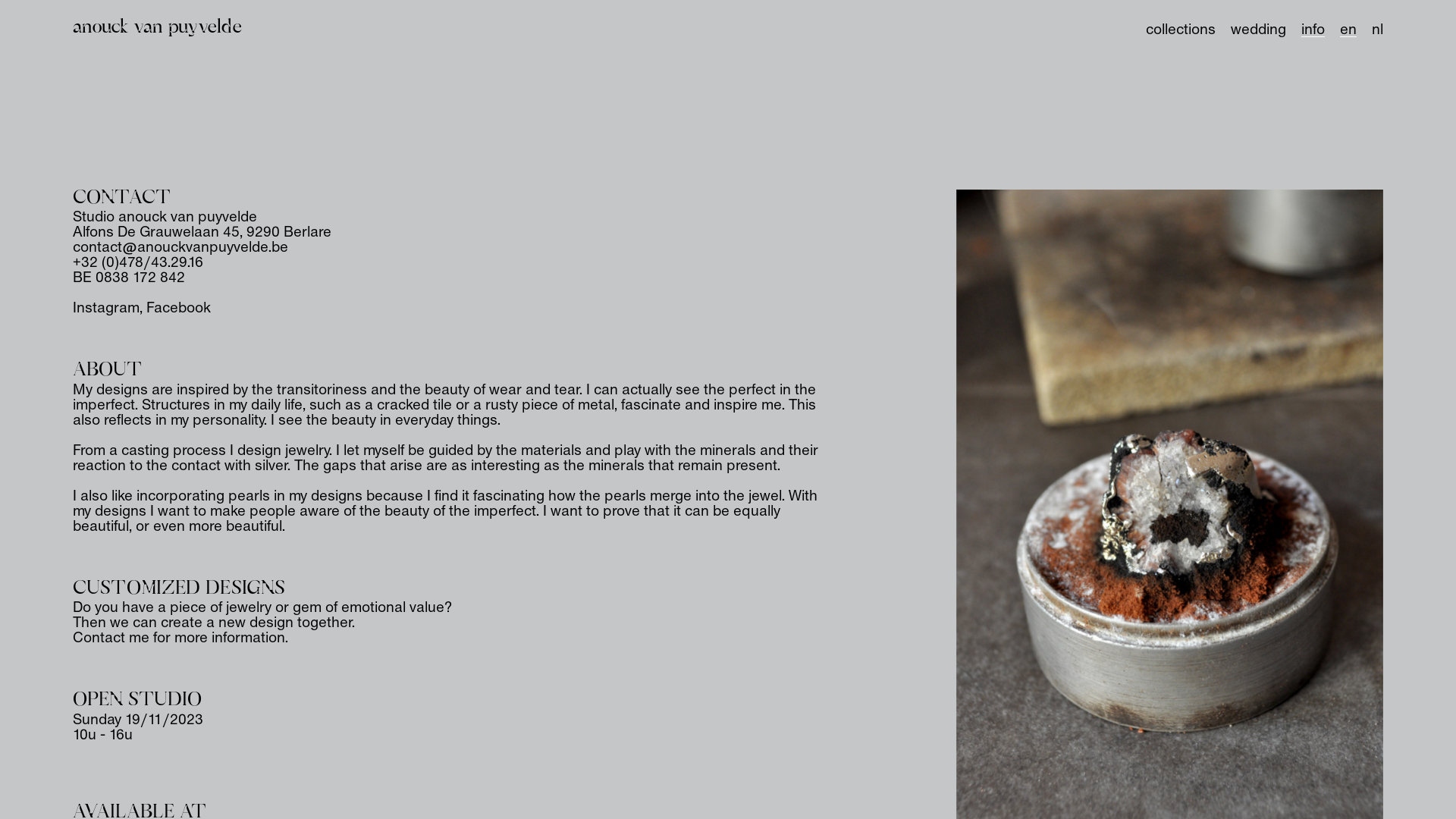  Describe the element at coordinates (1179, 30) in the screenshot. I see `'collections'` at that location.